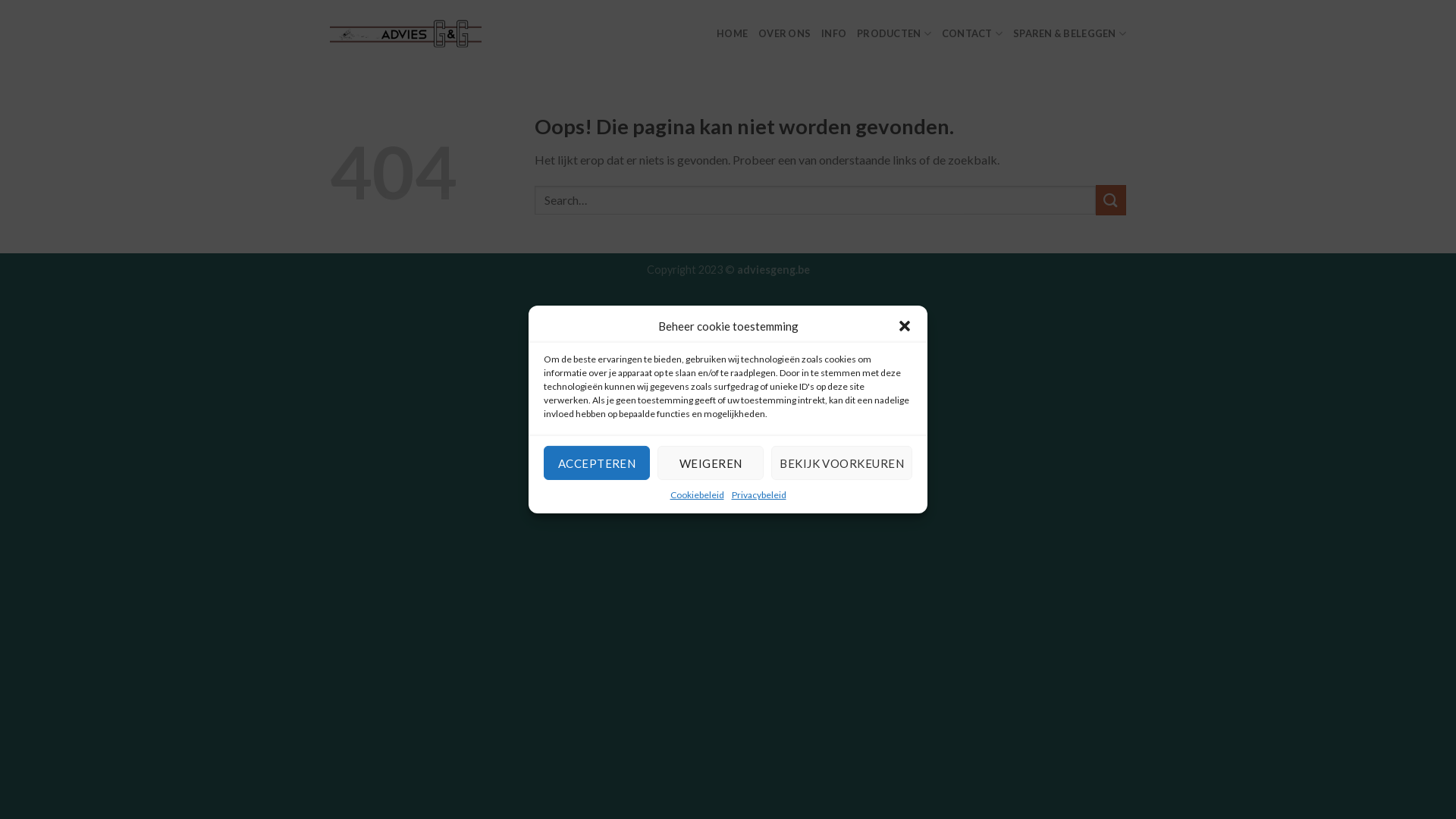  What do you see at coordinates (709, 462) in the screenshot?
I see `'WEIGEREN'` at bounding box center [709, 462].